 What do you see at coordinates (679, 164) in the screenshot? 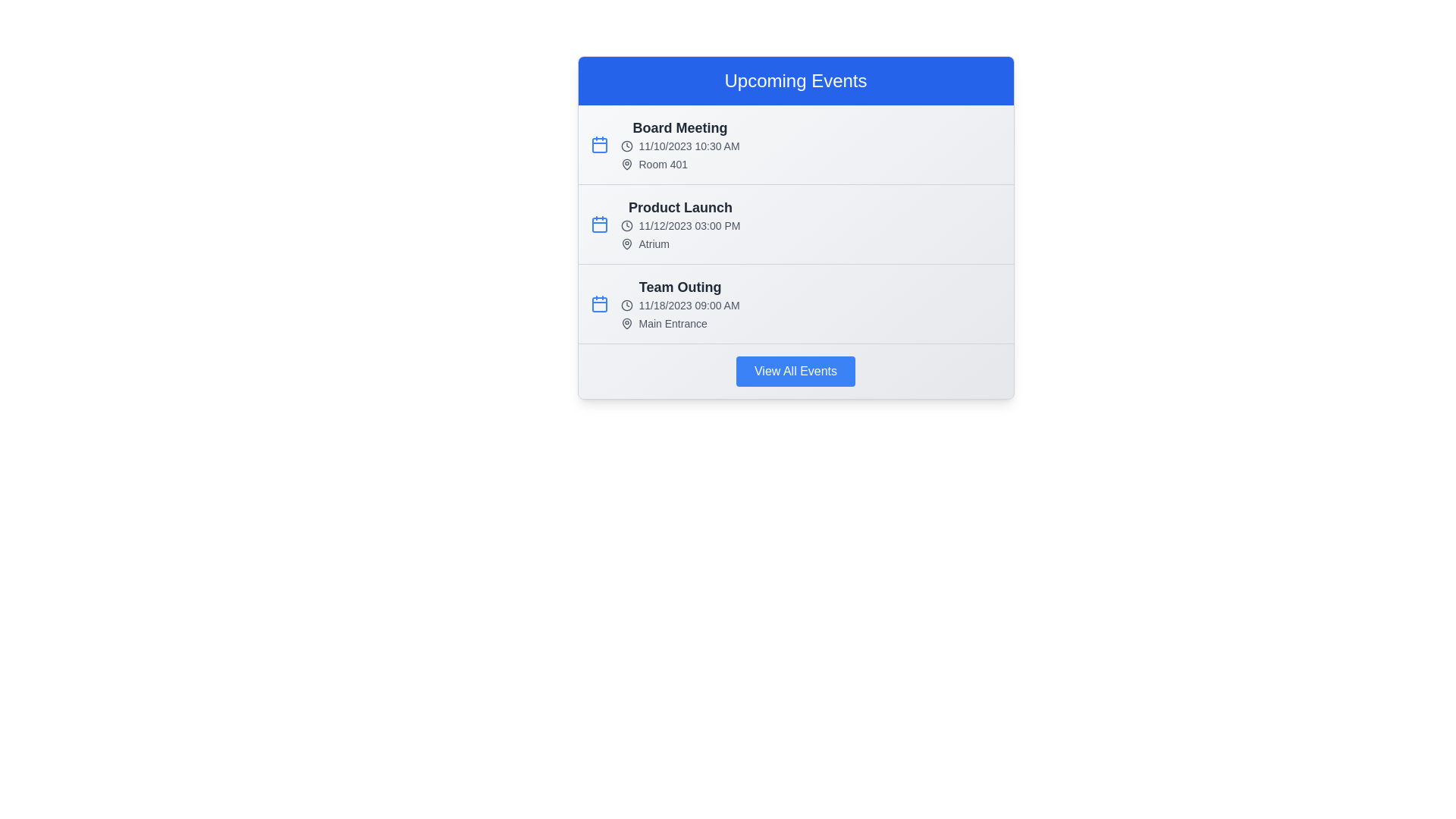
I see `label indicating the specific location for the 'Board Meeting' event, which is located below the date and time information and paired with a map pin icon` at bounding box center [679, 164].